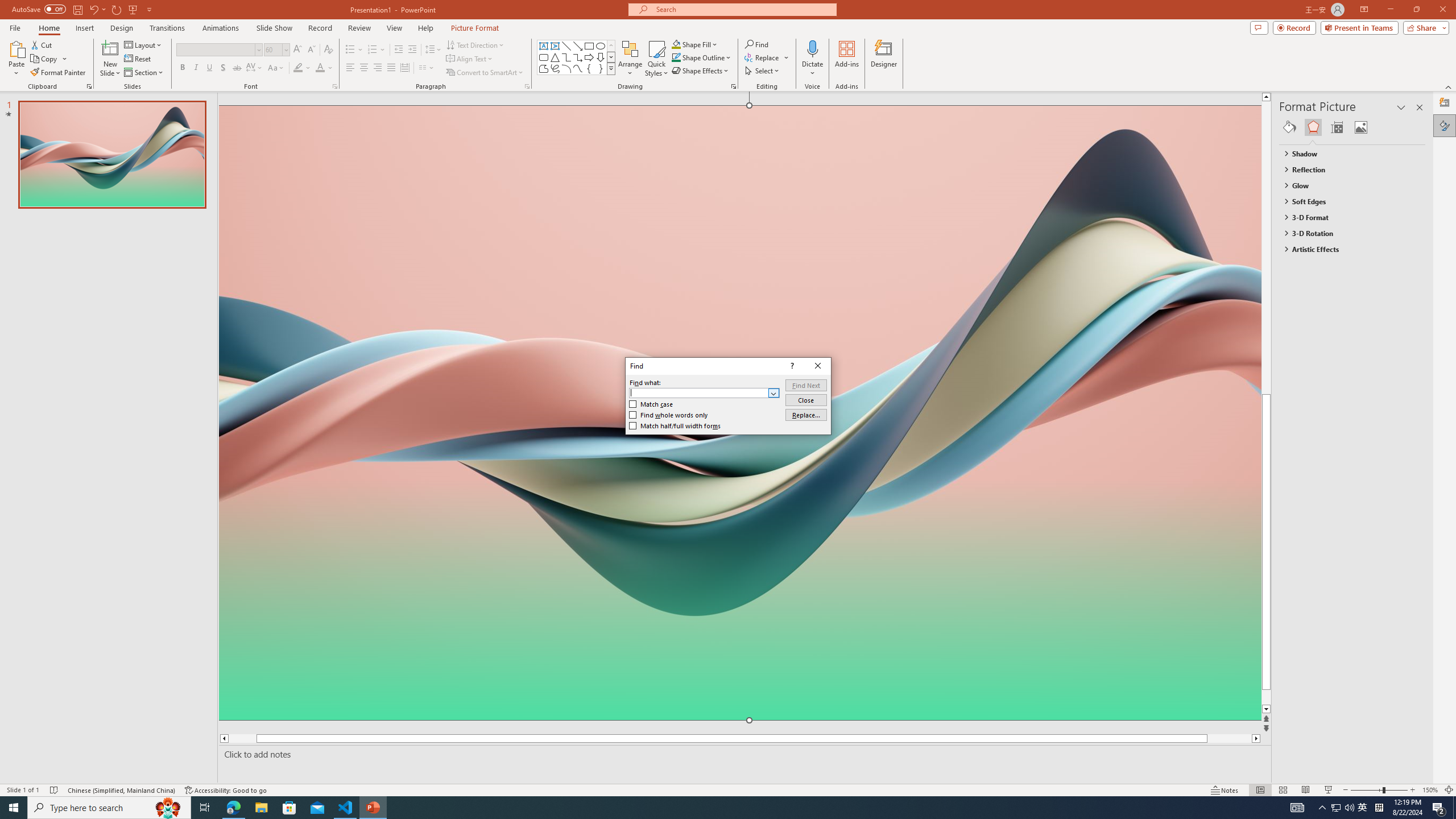 This screenshot has width=1456, height=819. I want to click on 'Artistic Effects', so click(1347, 248).